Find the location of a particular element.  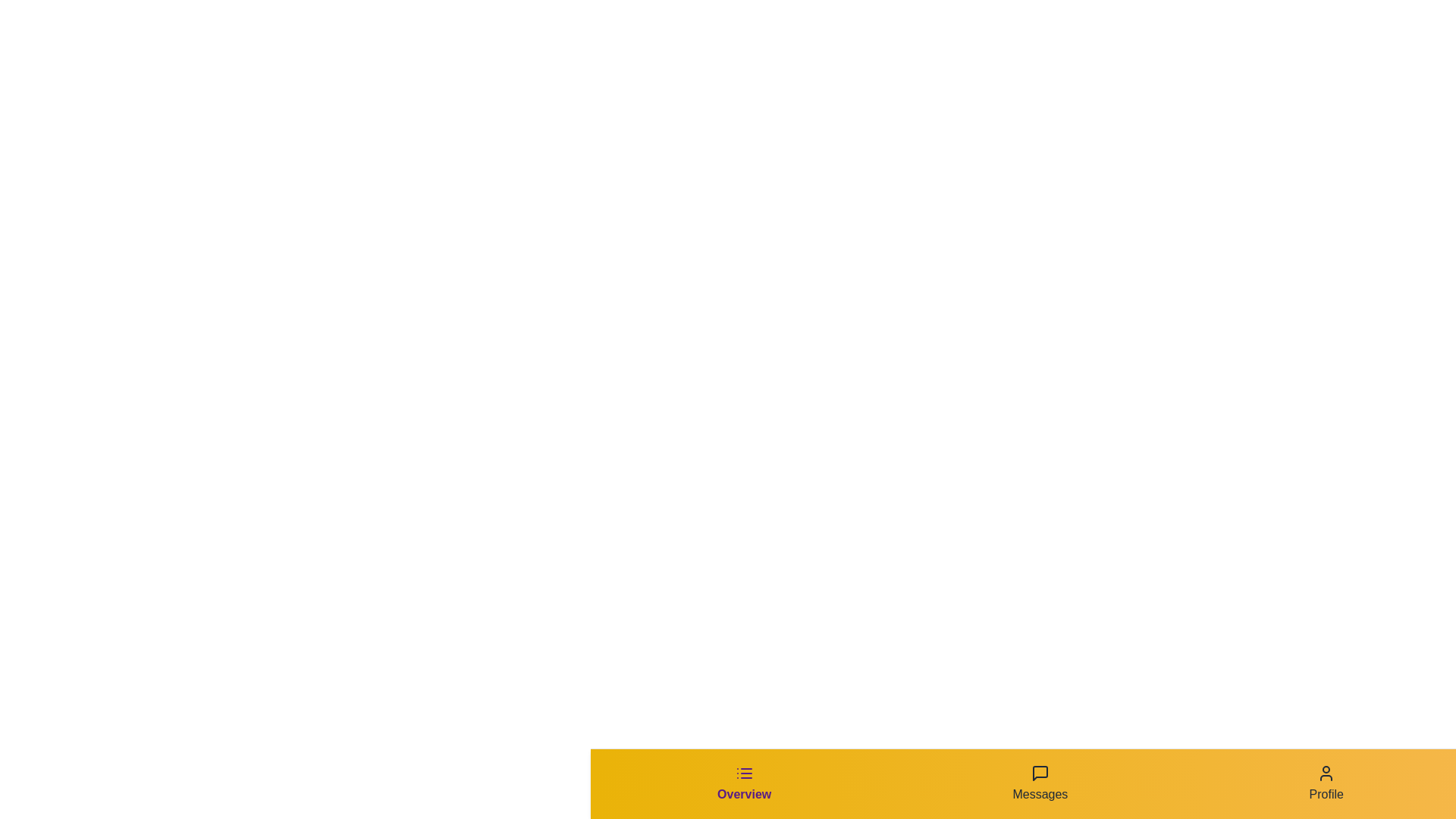

the tab labeled Messages to select it is located at coordinates (1039, 783).